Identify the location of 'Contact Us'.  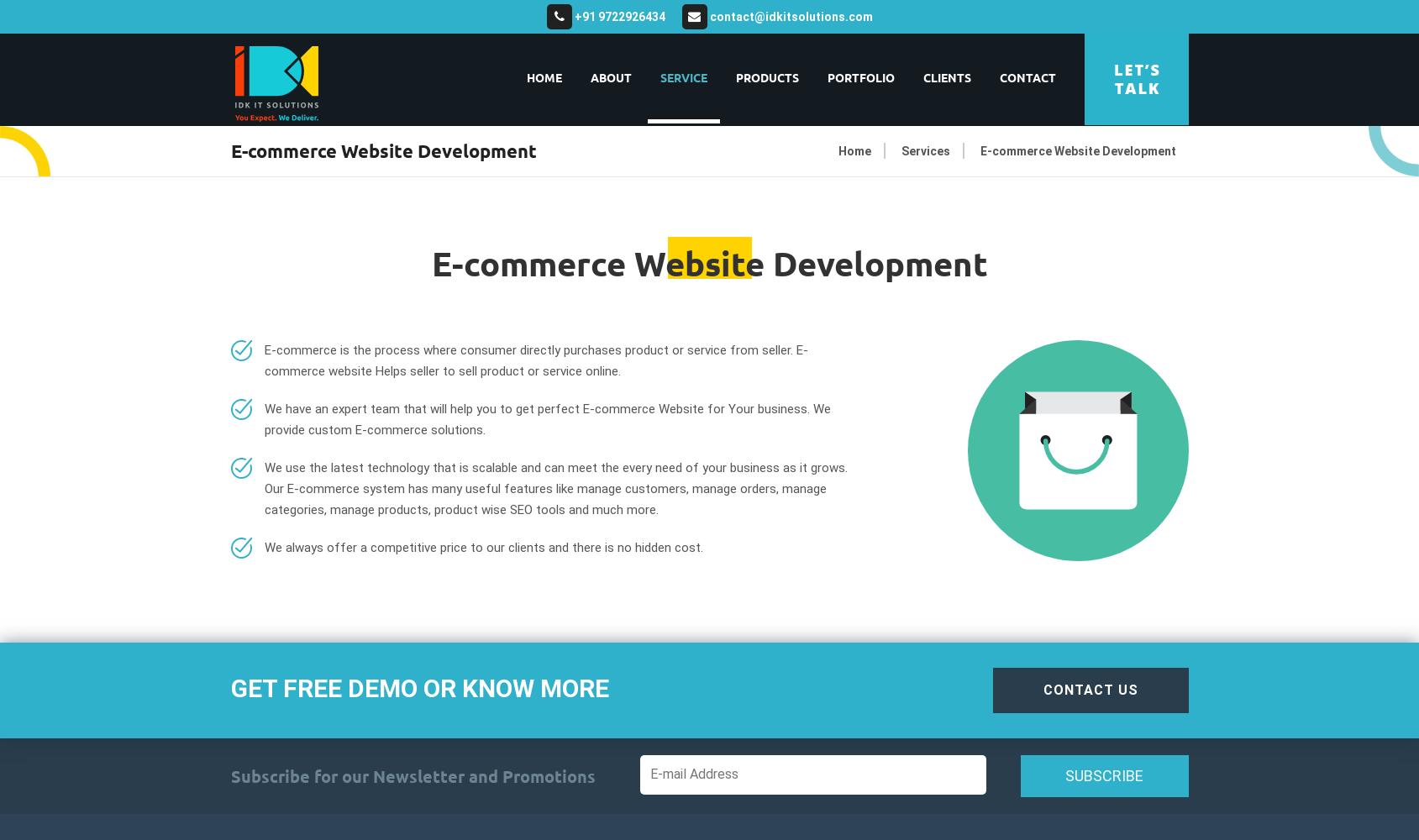
(1043, 689).